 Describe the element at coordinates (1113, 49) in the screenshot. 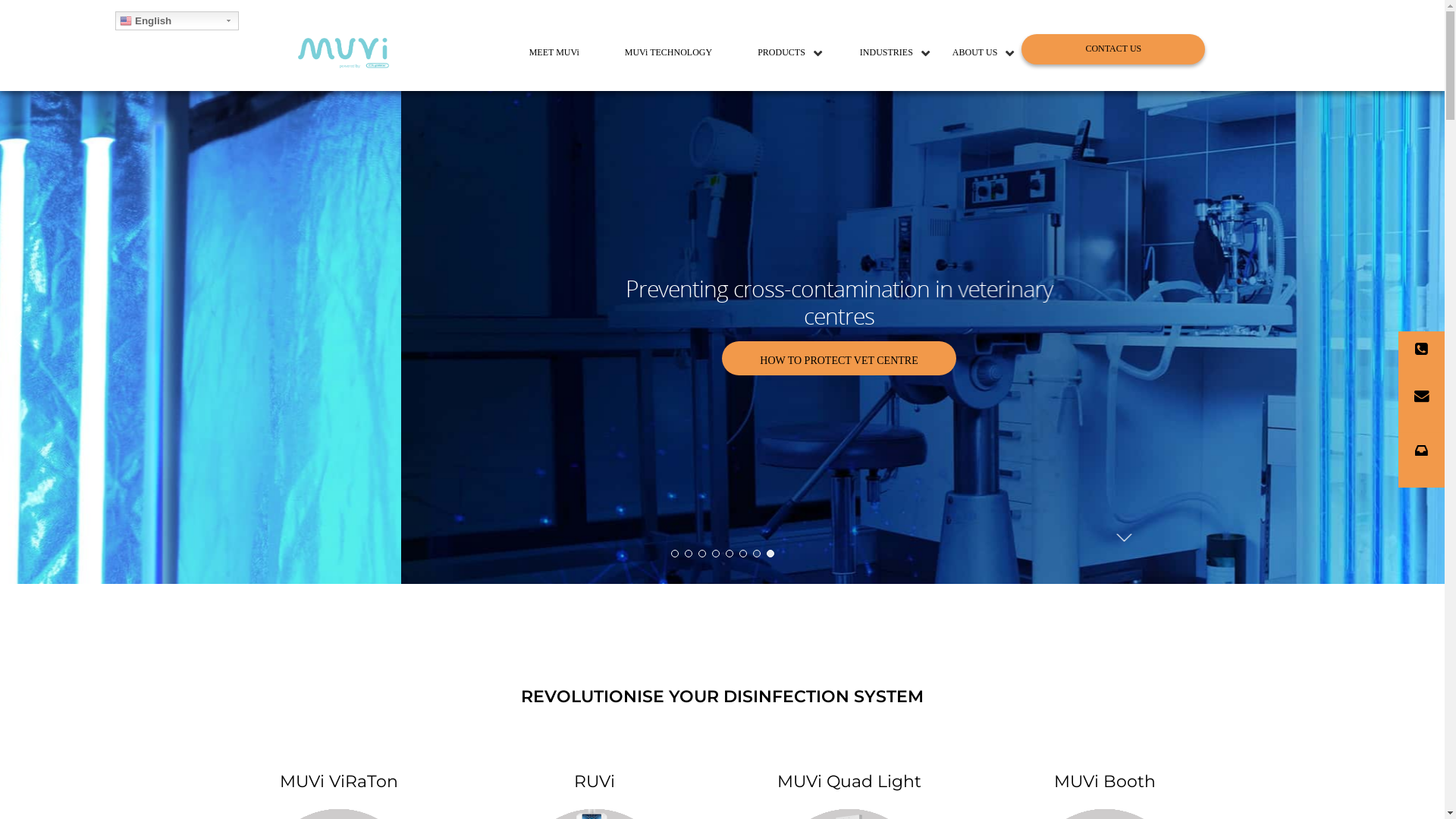

I see `'CONTACT US'` at that location.